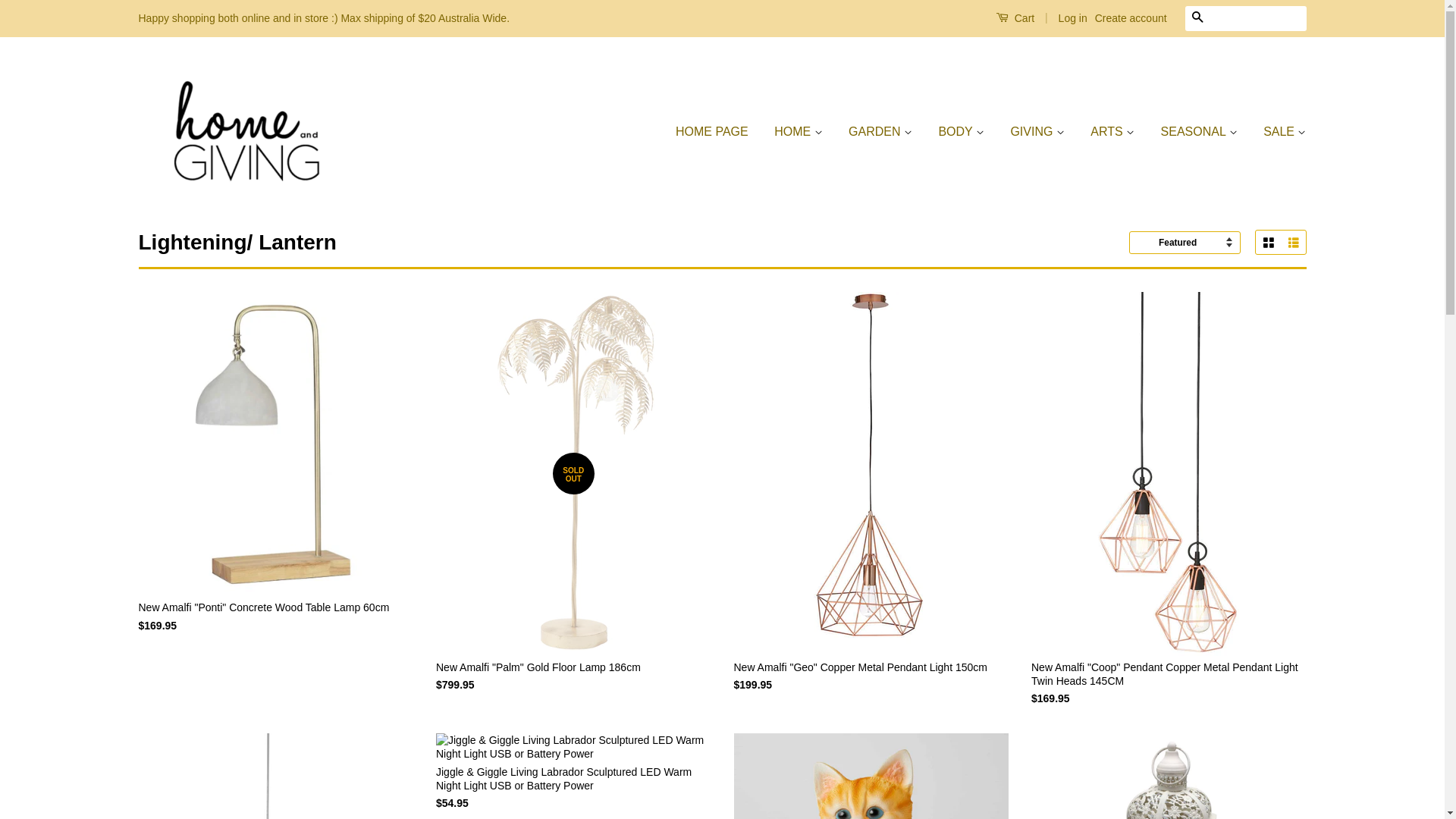  I want to click on 'SEASONAL', so click(1198, 131).